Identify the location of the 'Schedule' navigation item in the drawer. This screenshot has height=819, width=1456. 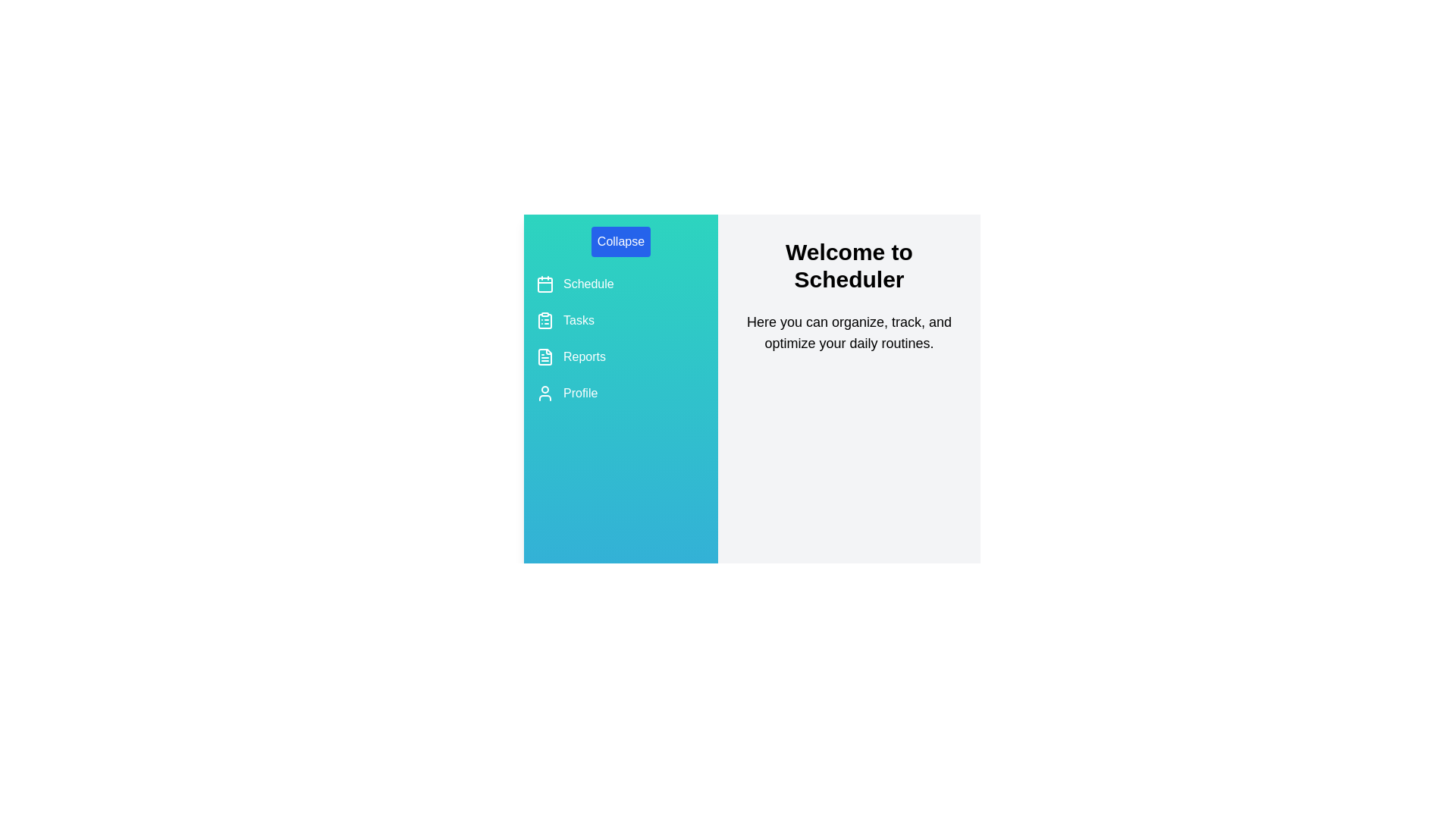
(621, 284).